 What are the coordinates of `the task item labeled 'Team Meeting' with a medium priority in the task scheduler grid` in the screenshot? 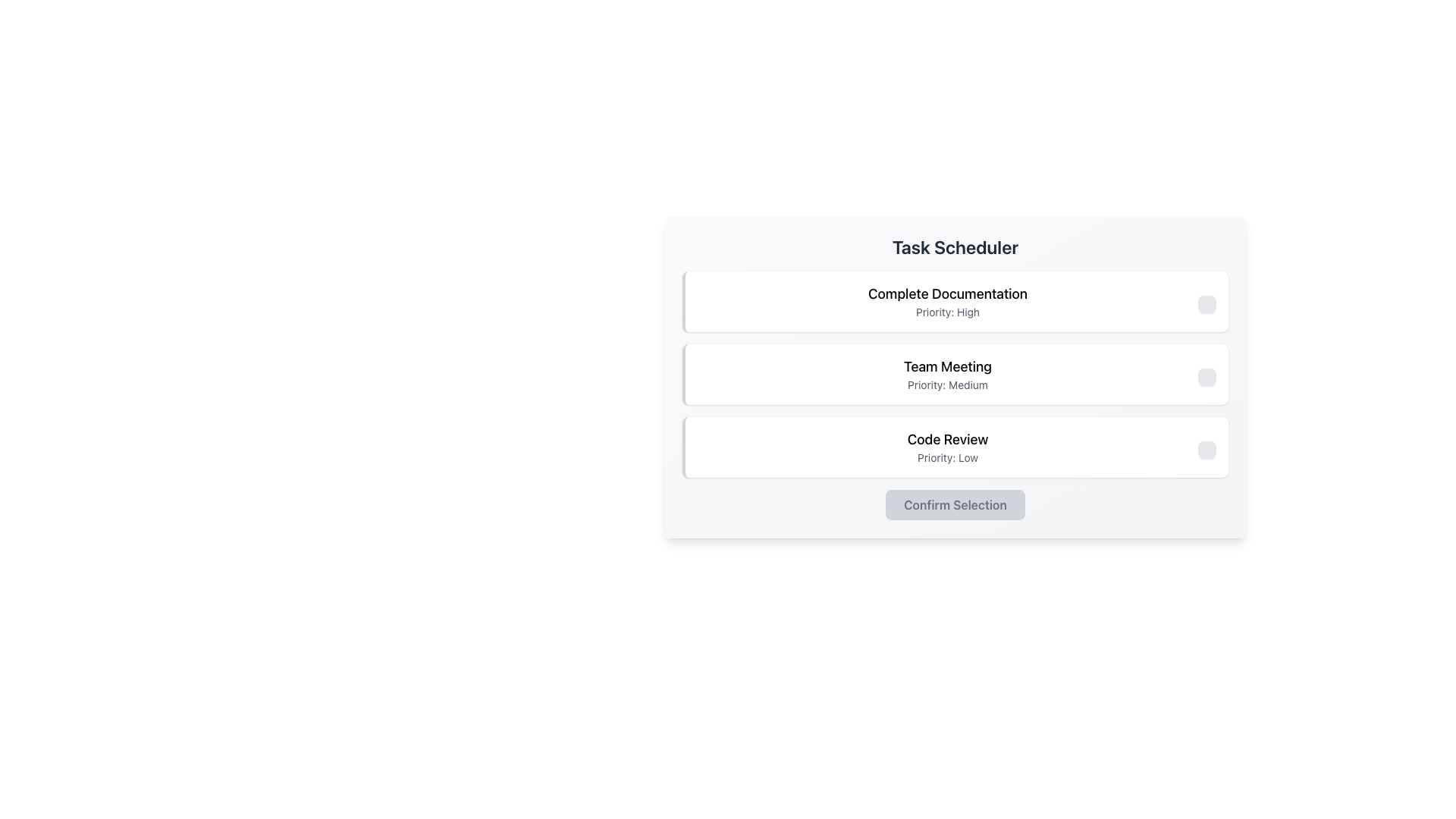 It's located at (954, 374).